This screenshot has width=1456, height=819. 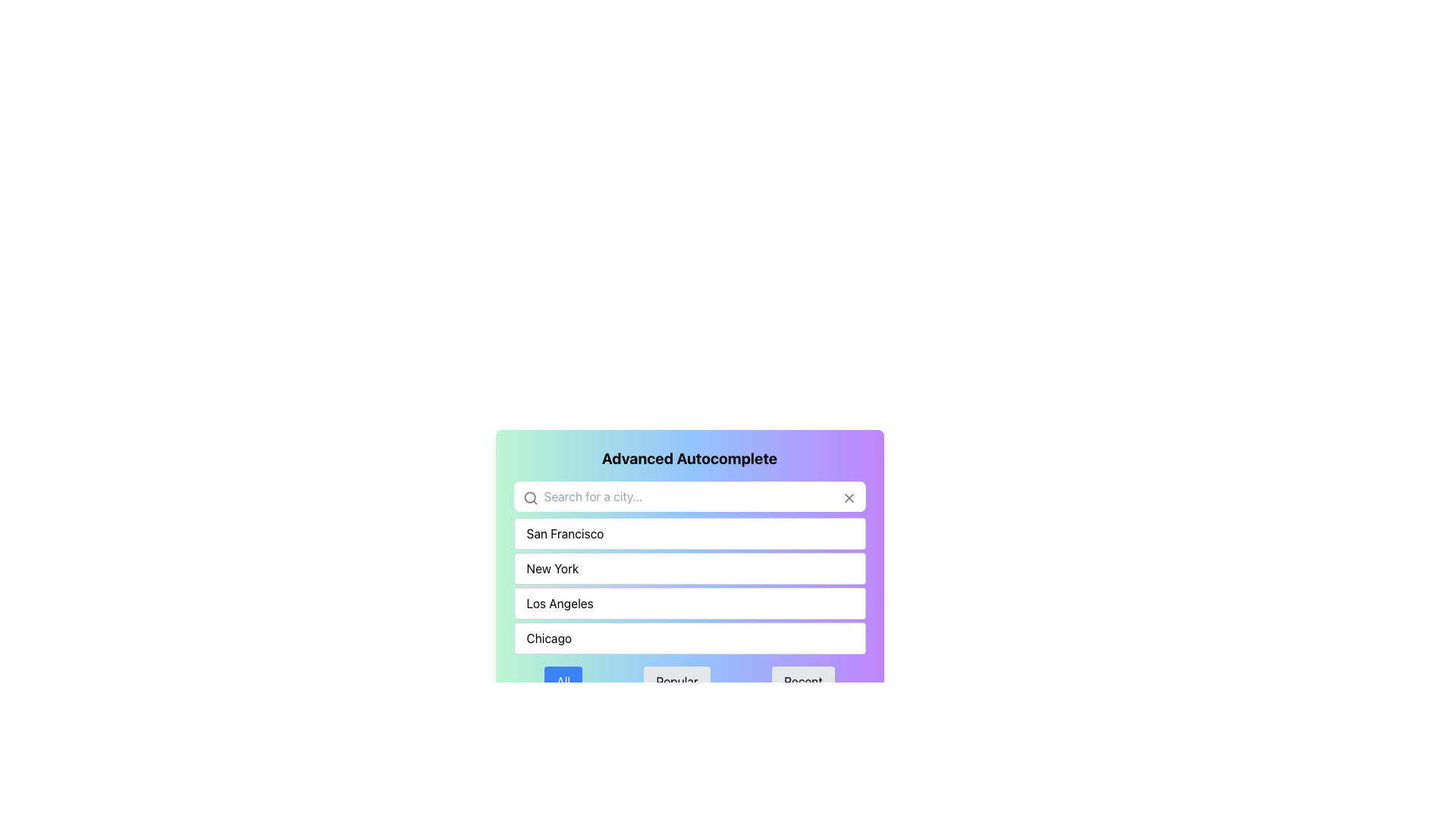 I want to click on the clear button located at the top-right corner of the search bar to clear the input field, so click(x=848, y=497).